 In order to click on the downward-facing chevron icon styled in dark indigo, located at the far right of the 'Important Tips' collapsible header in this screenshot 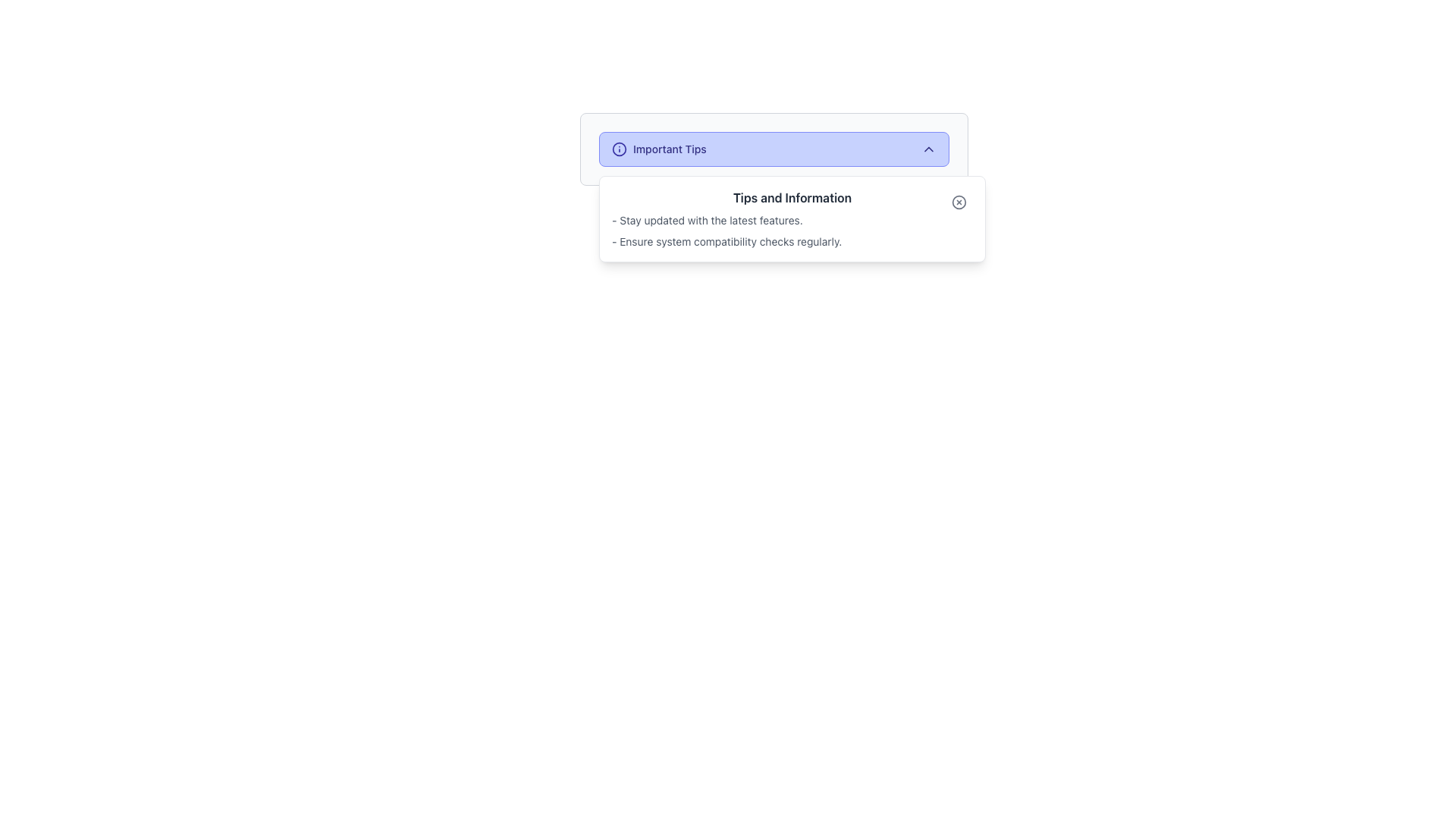, I will do `click(927, 149)`.